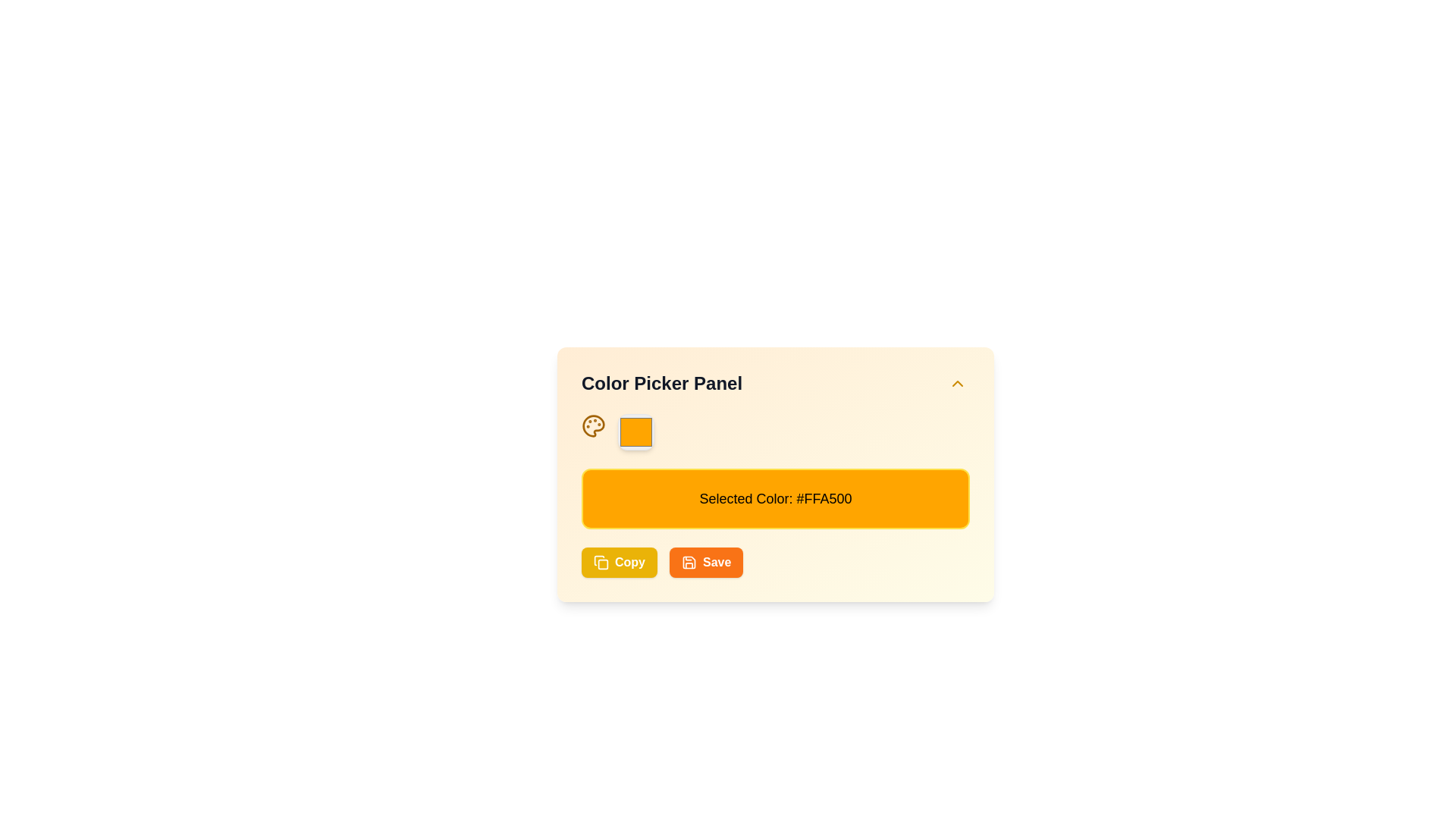  What do you see at coordinates (619, 562) in the screenshot?
I see `the 'Copy' button` at bounding box center [619, 562].